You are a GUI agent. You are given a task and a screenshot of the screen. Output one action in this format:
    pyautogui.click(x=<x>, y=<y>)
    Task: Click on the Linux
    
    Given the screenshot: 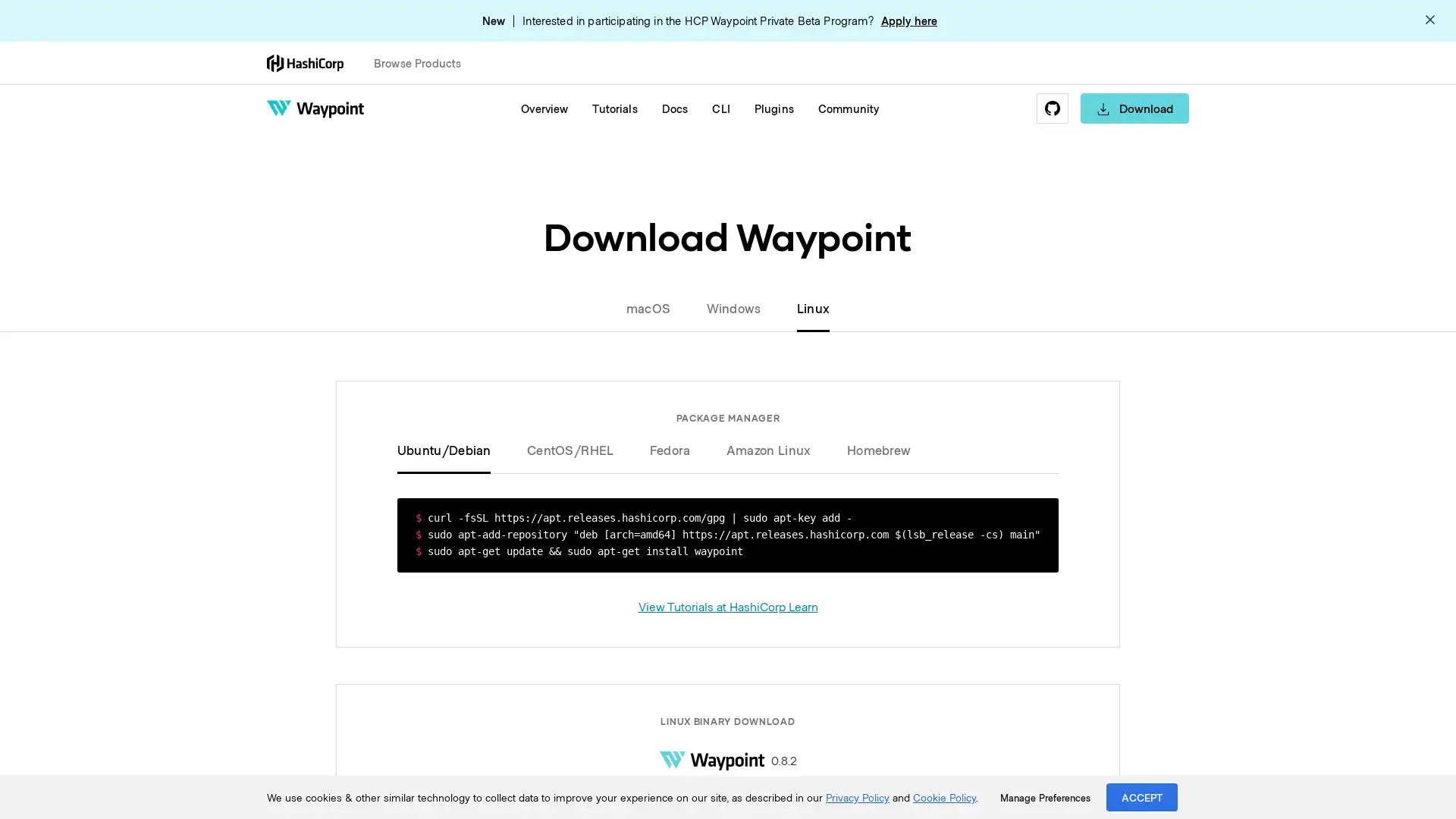 What is the action you would take?
    pyautogui.click(x=803, y=307)
    